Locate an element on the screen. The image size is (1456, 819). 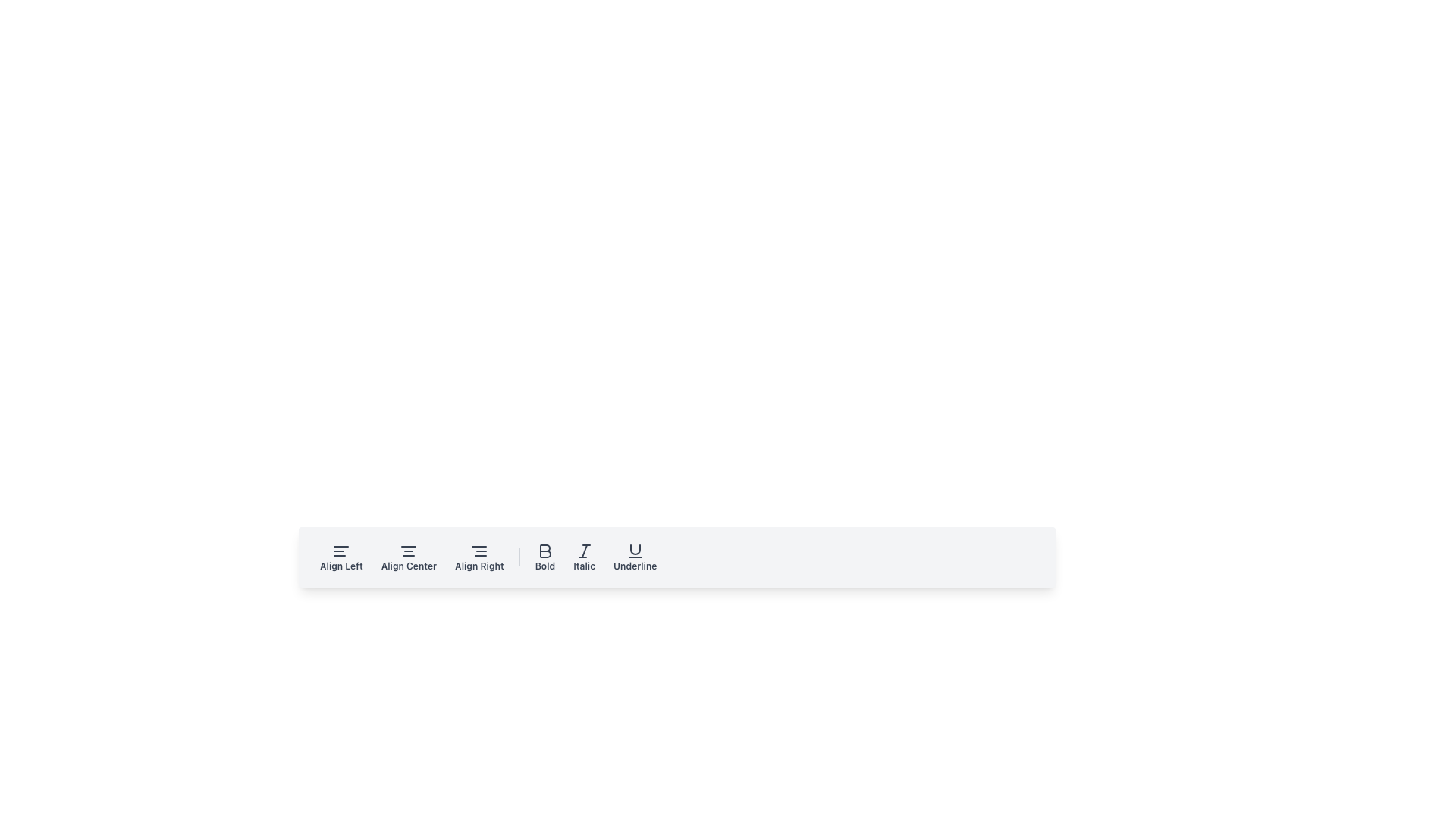
the vertically-oriented button labeled 'Align Center' with a centered icon of three horizontal lines to align the text in the center is located at coordinates (409, 557).